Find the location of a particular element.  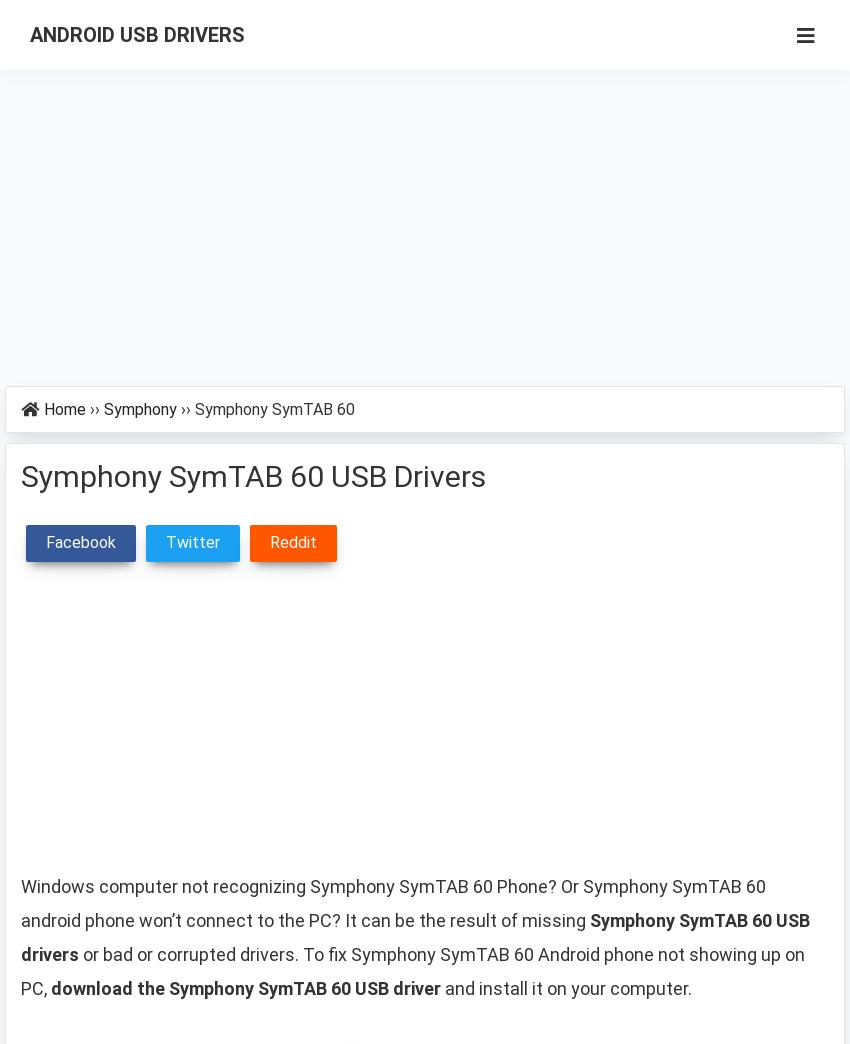

'and install it on your computer.' is located at coordinates (566, 988).